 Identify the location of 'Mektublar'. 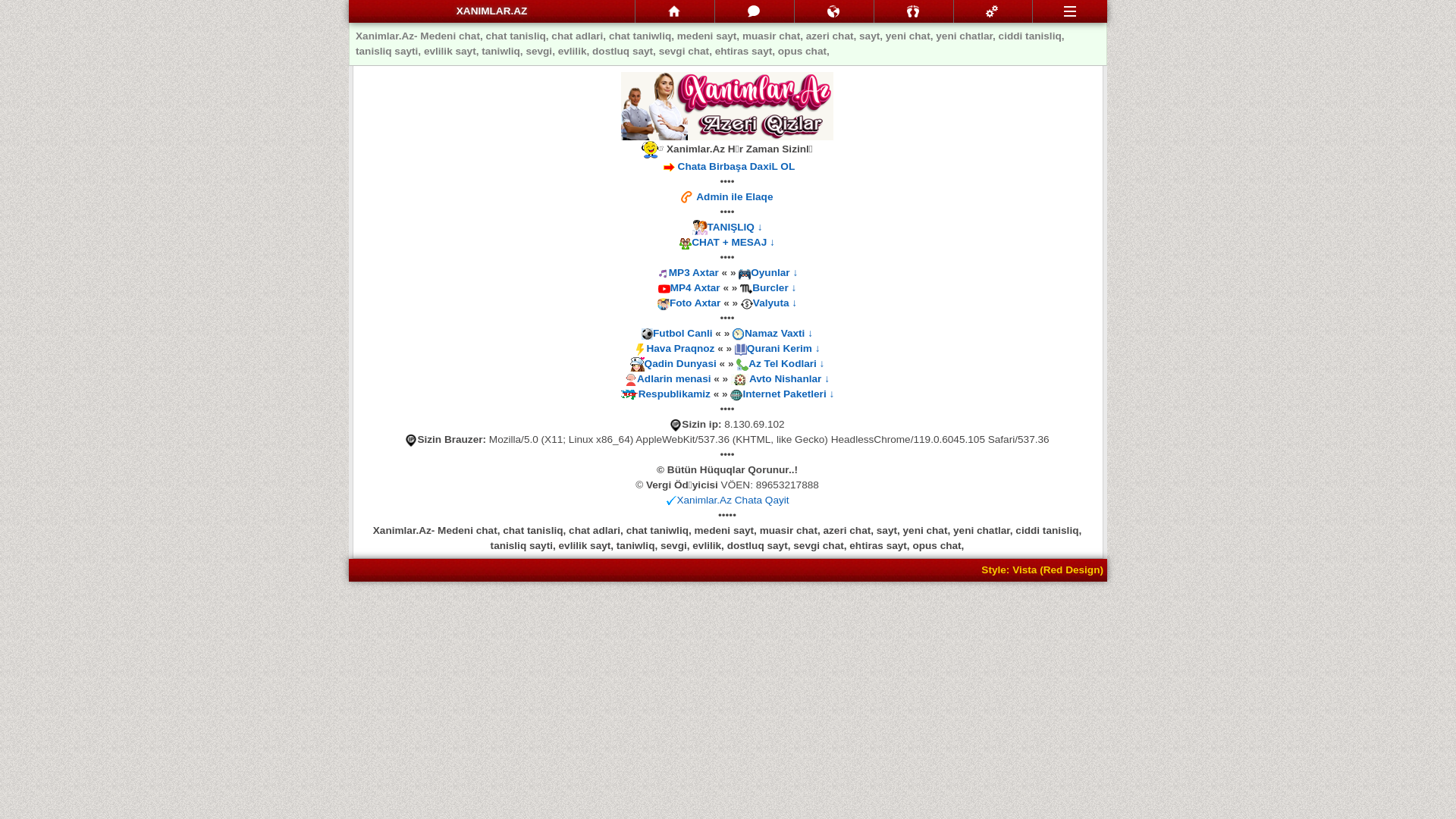
(833, 11).